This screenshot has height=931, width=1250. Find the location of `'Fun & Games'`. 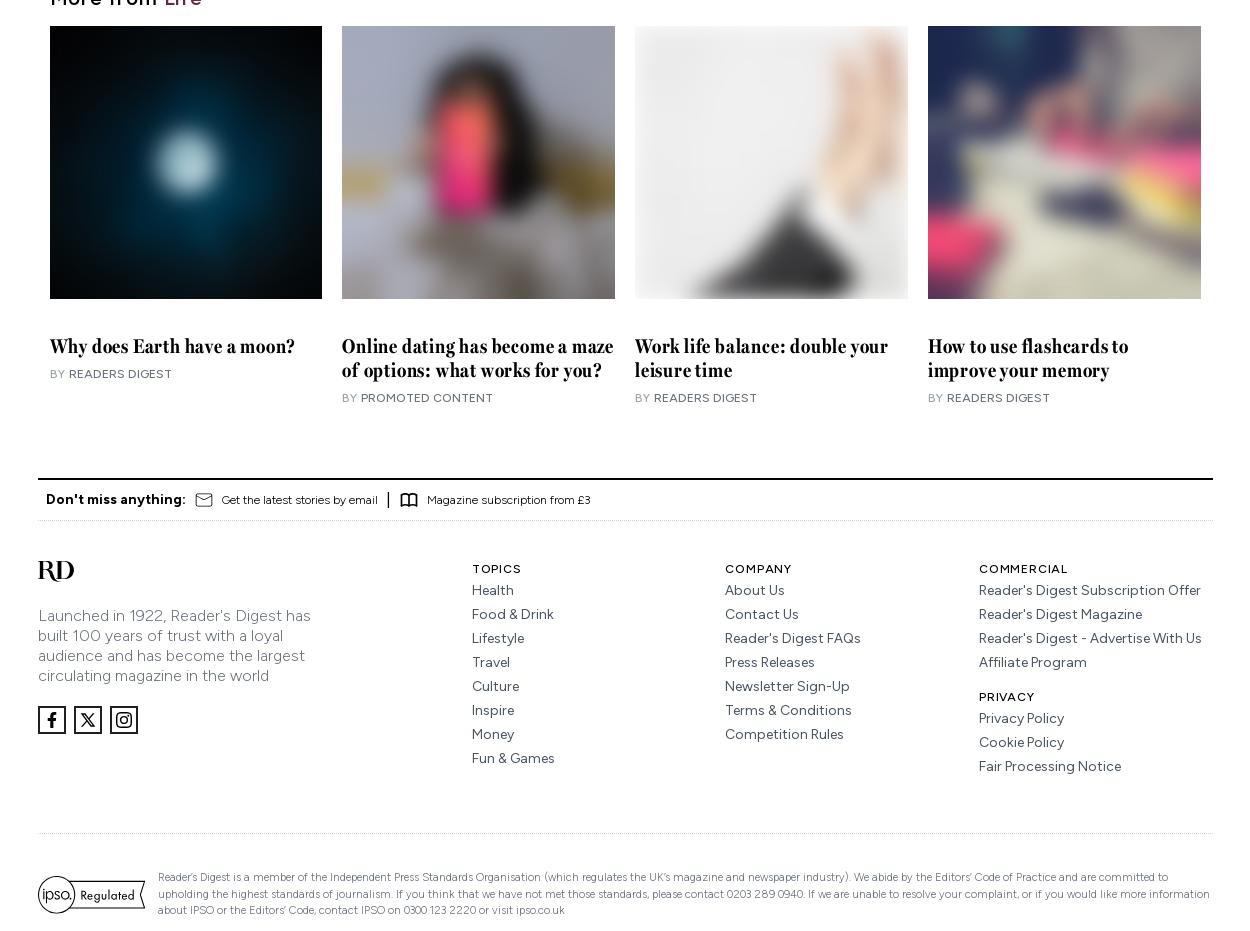

'Fun & Games' is located at coordinates (512, 758).